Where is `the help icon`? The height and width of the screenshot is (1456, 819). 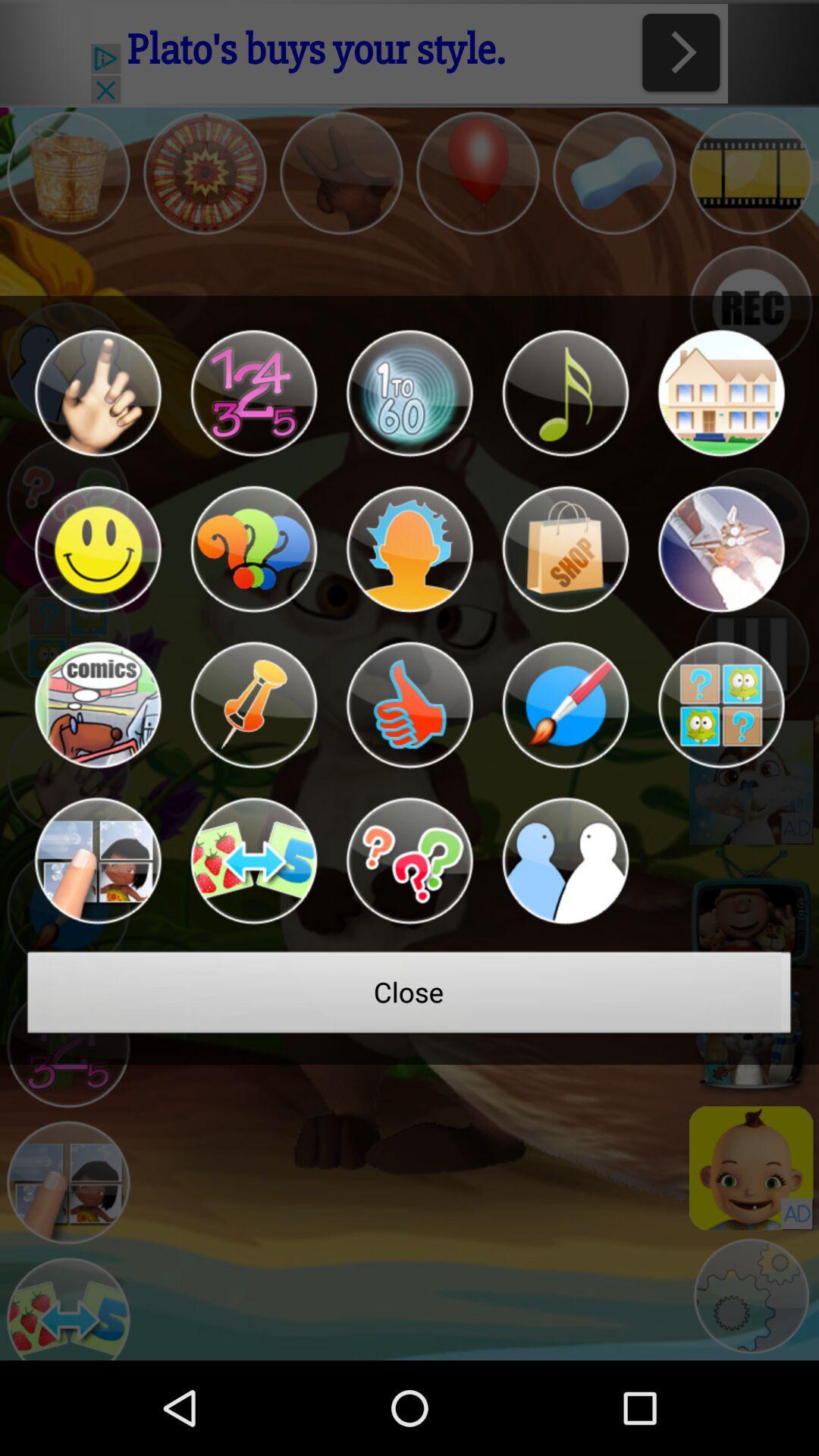 the help icon is located at coordinates (409, 921).